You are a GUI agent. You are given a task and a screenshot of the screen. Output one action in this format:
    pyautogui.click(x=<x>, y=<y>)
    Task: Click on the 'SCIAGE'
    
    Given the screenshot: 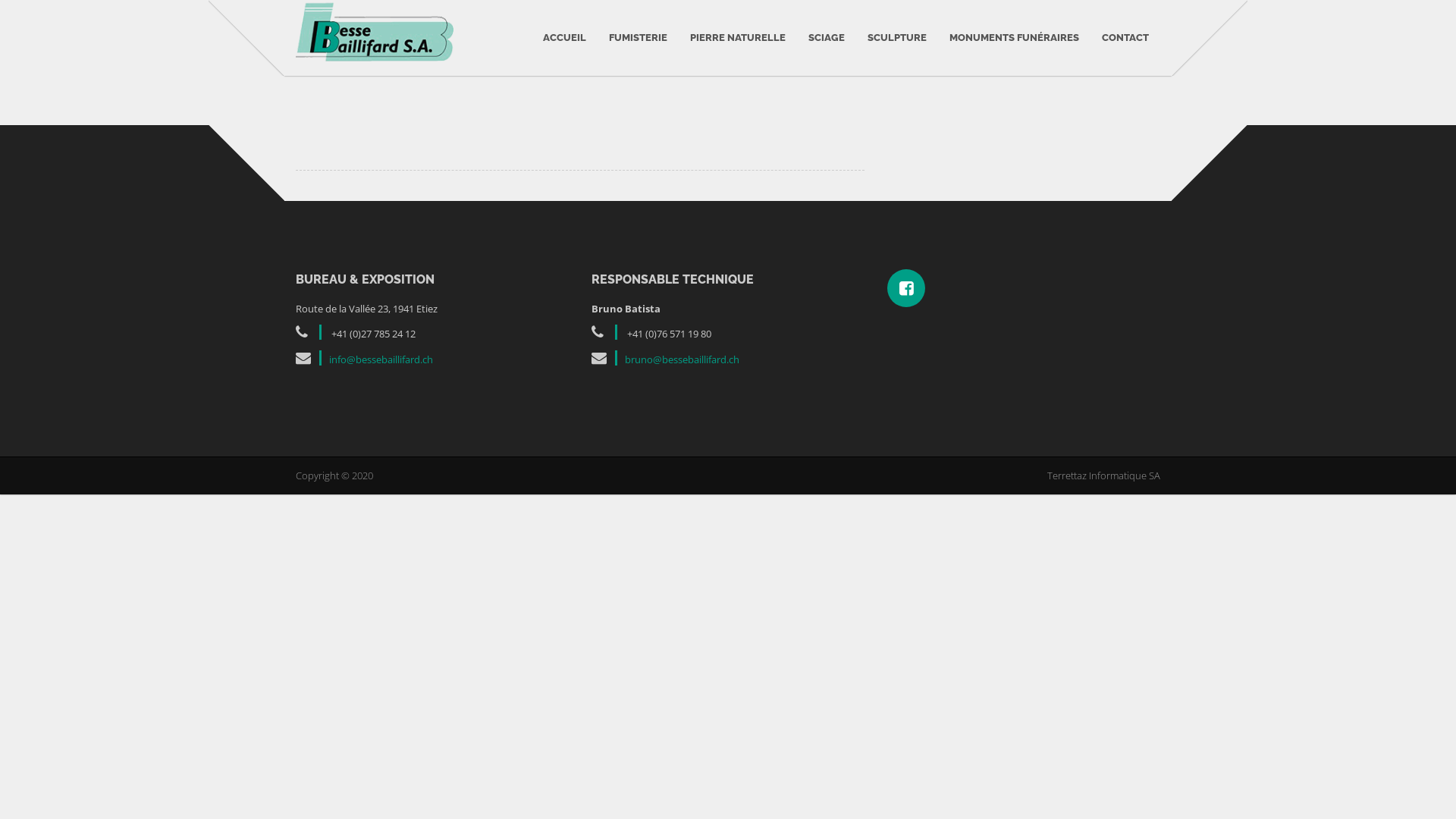 What is the action you would take?
    pyautogui.click(x=825, y=37)
    